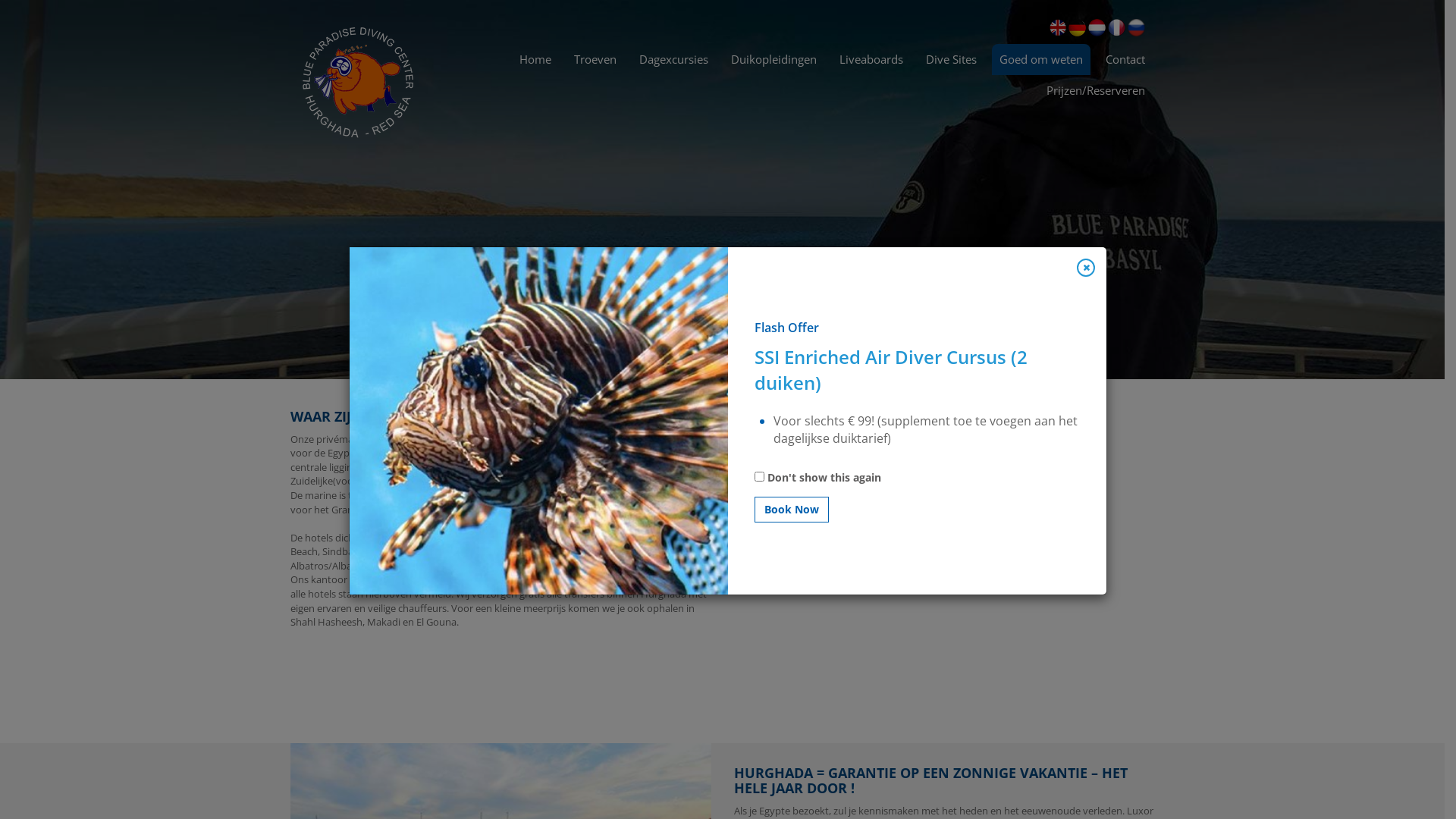 This screenshot has height=819, width=1456. I want to click on 'Liveaboards', so click(871, 58).